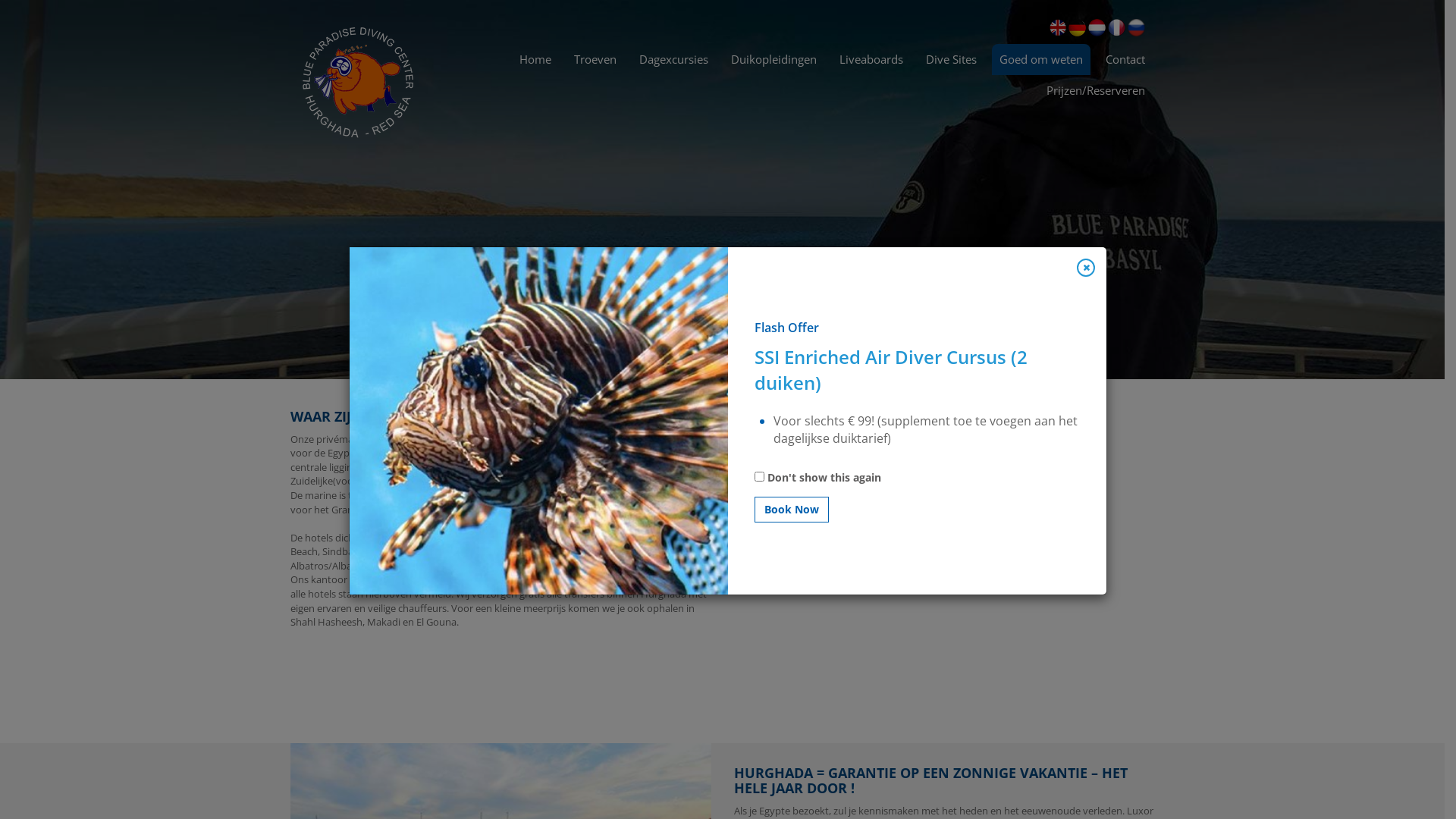 This screenshot has height=819, width=1456. I want to click on 'Liveaboards', so click(871, 58).